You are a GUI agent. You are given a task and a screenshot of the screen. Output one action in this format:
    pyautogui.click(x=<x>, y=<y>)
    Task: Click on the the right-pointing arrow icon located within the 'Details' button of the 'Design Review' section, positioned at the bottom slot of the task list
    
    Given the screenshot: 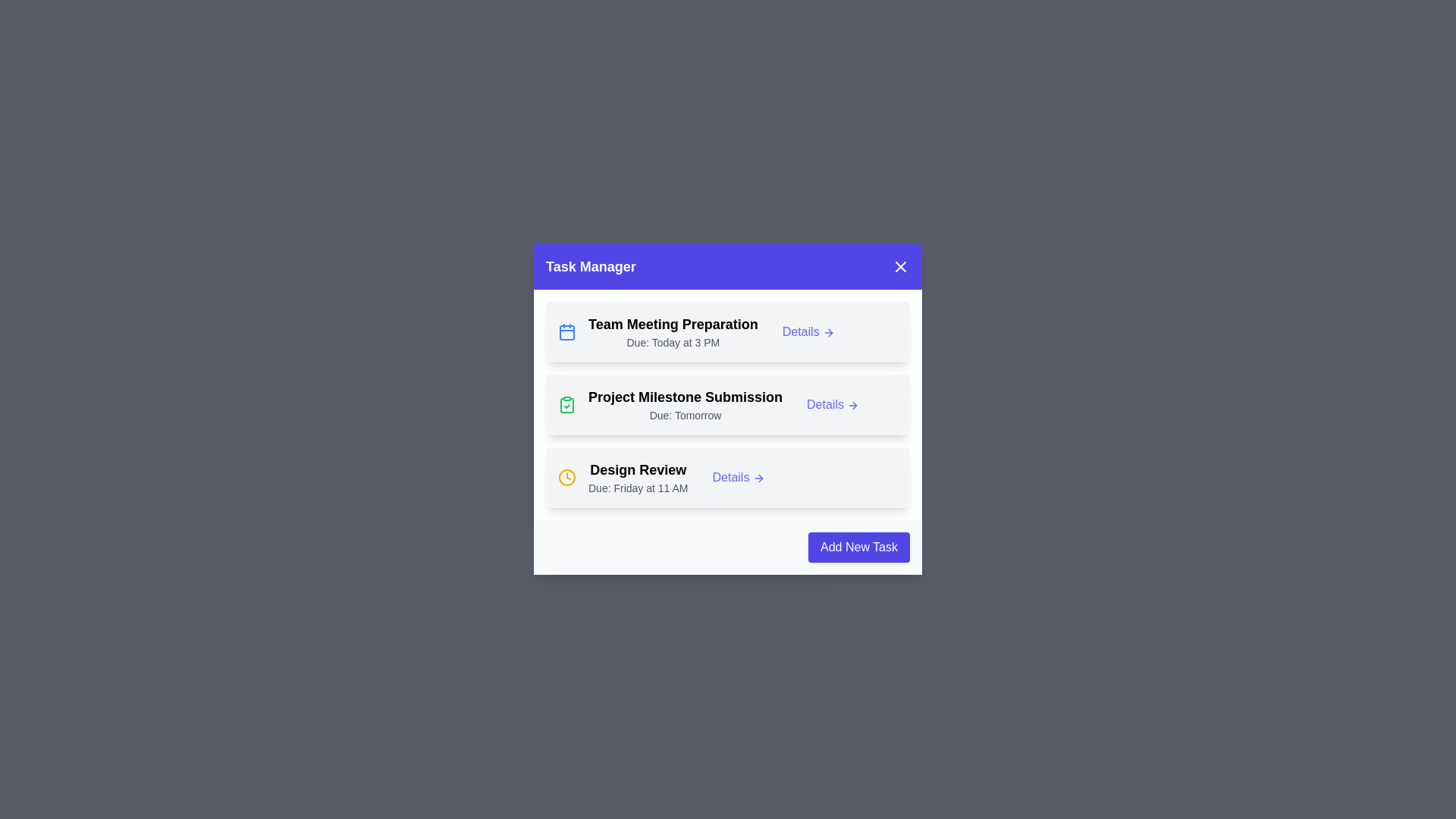 What is the action you would take?
    pyautogui.click(x=758, y=478)
    